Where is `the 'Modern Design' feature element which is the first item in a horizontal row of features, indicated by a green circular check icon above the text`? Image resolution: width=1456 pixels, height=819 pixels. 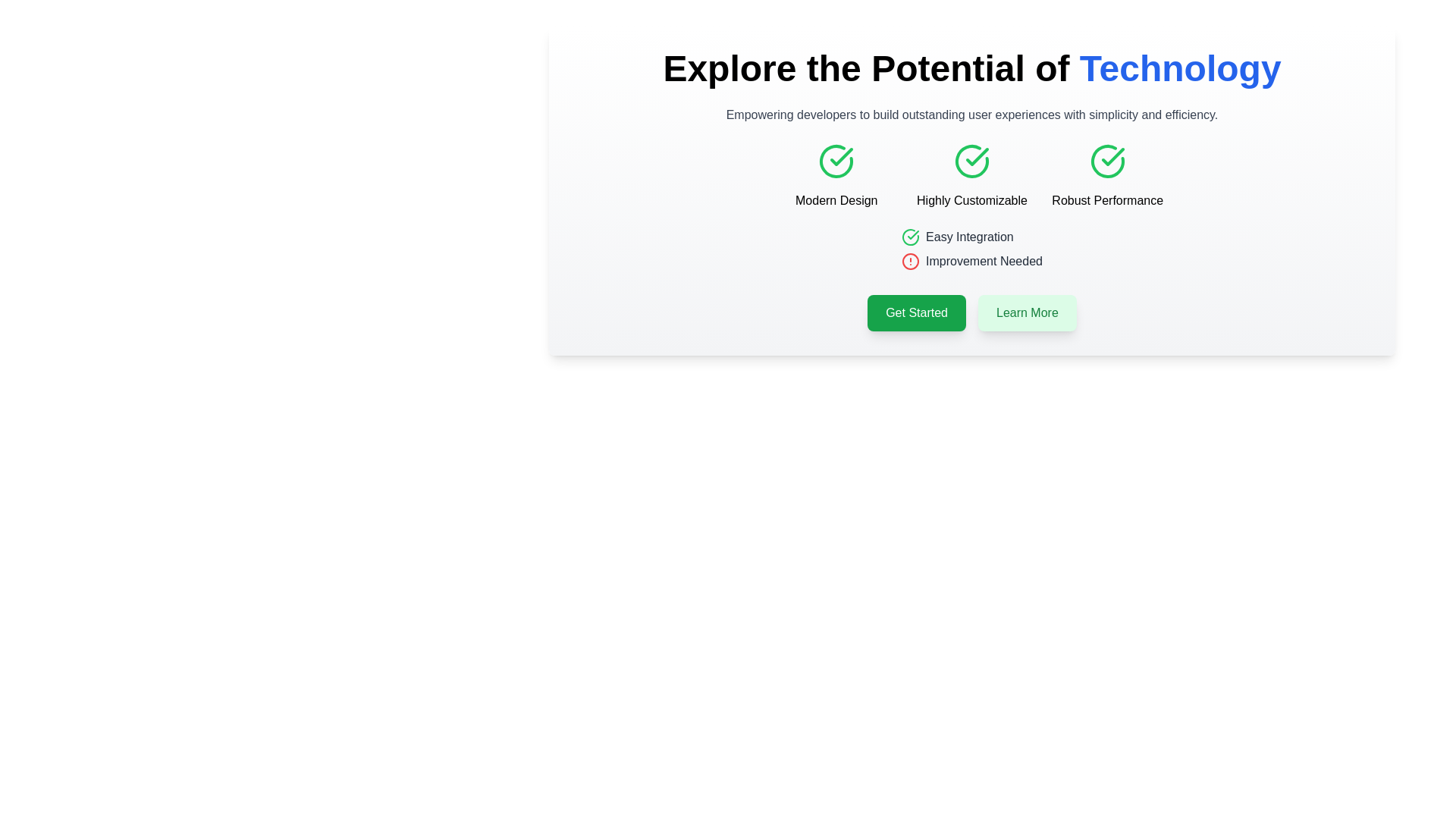 the 'Modern Design' feature element which is the first item in a horizontal row of features, indicated by a green circular check icon above the text is located at coordinates (836, 175).